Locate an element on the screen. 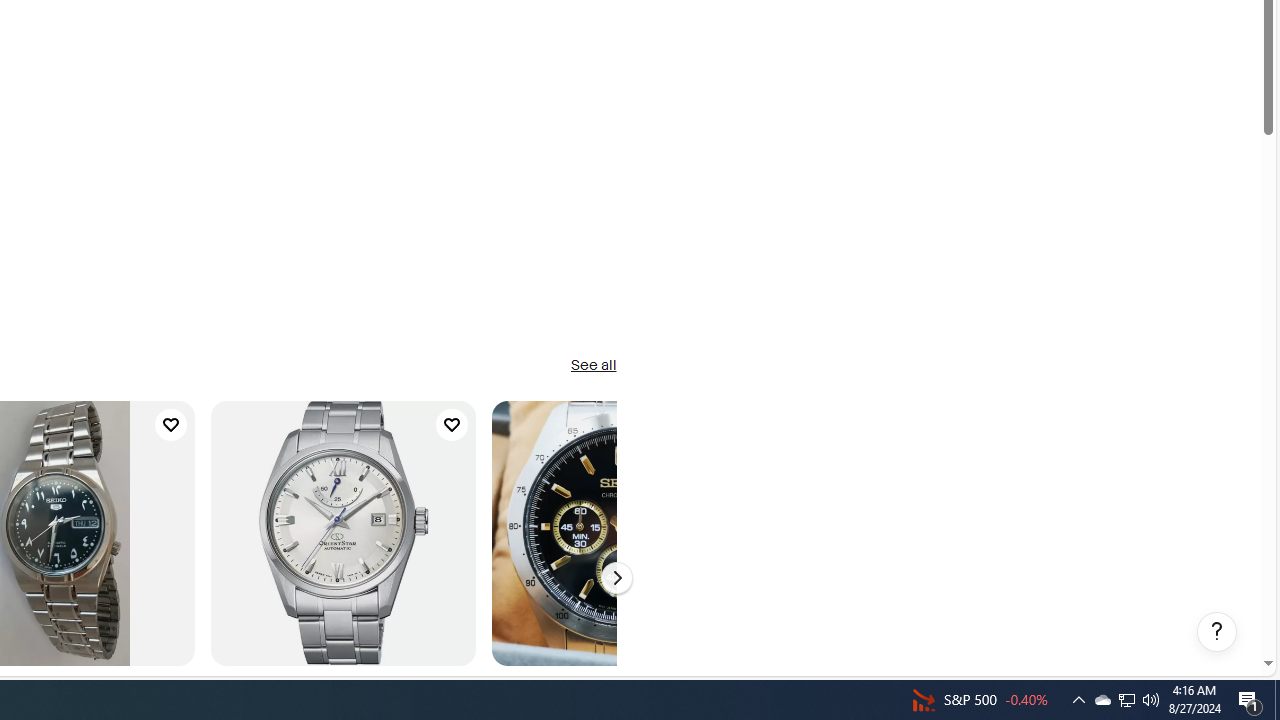 The width and height of the screenshot is (1280, 720). 'See all' is located at coordinates (592, 366).